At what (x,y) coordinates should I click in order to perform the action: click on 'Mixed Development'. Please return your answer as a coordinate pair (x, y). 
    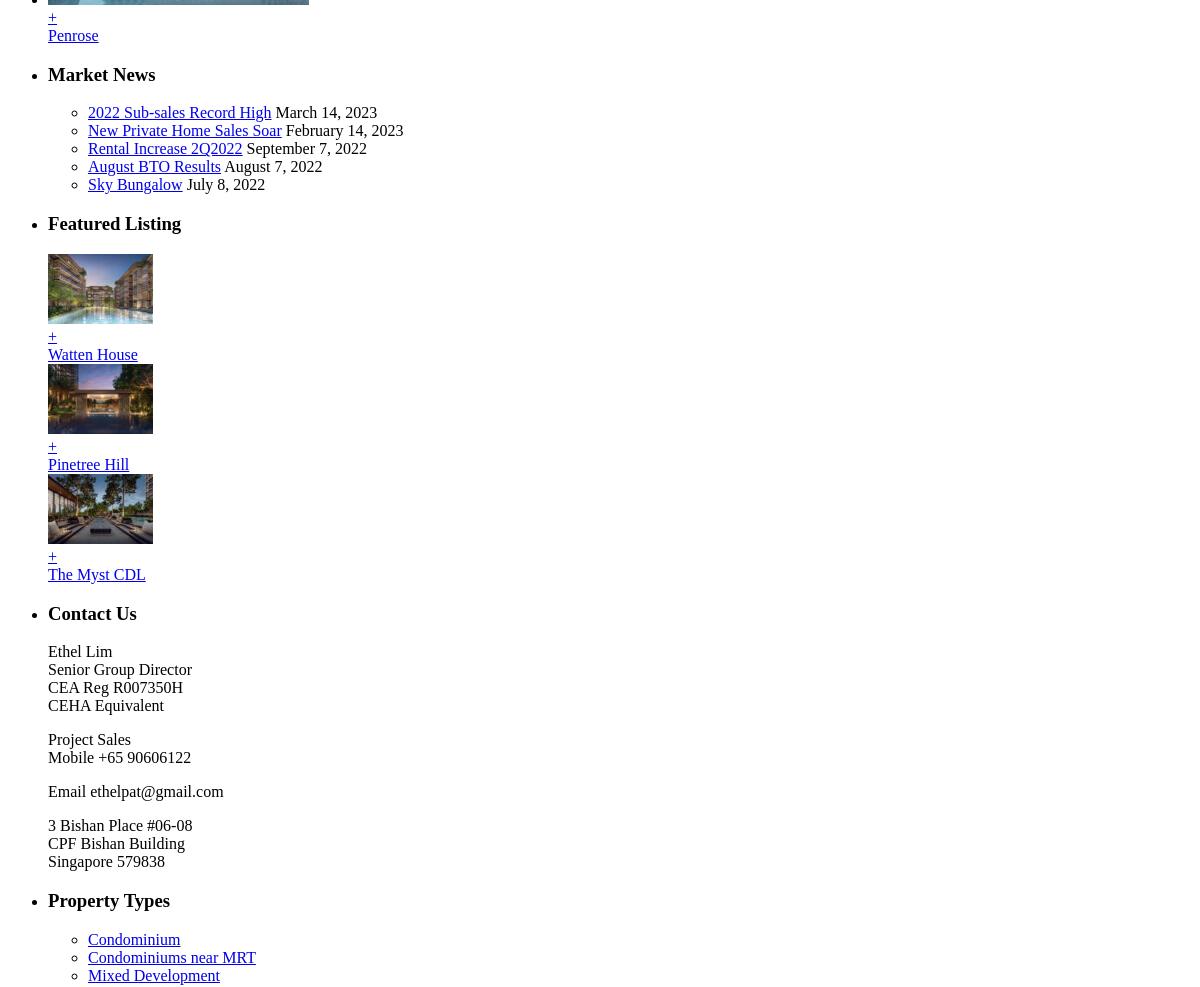
    Looking at the image, I should click on (152, 974).